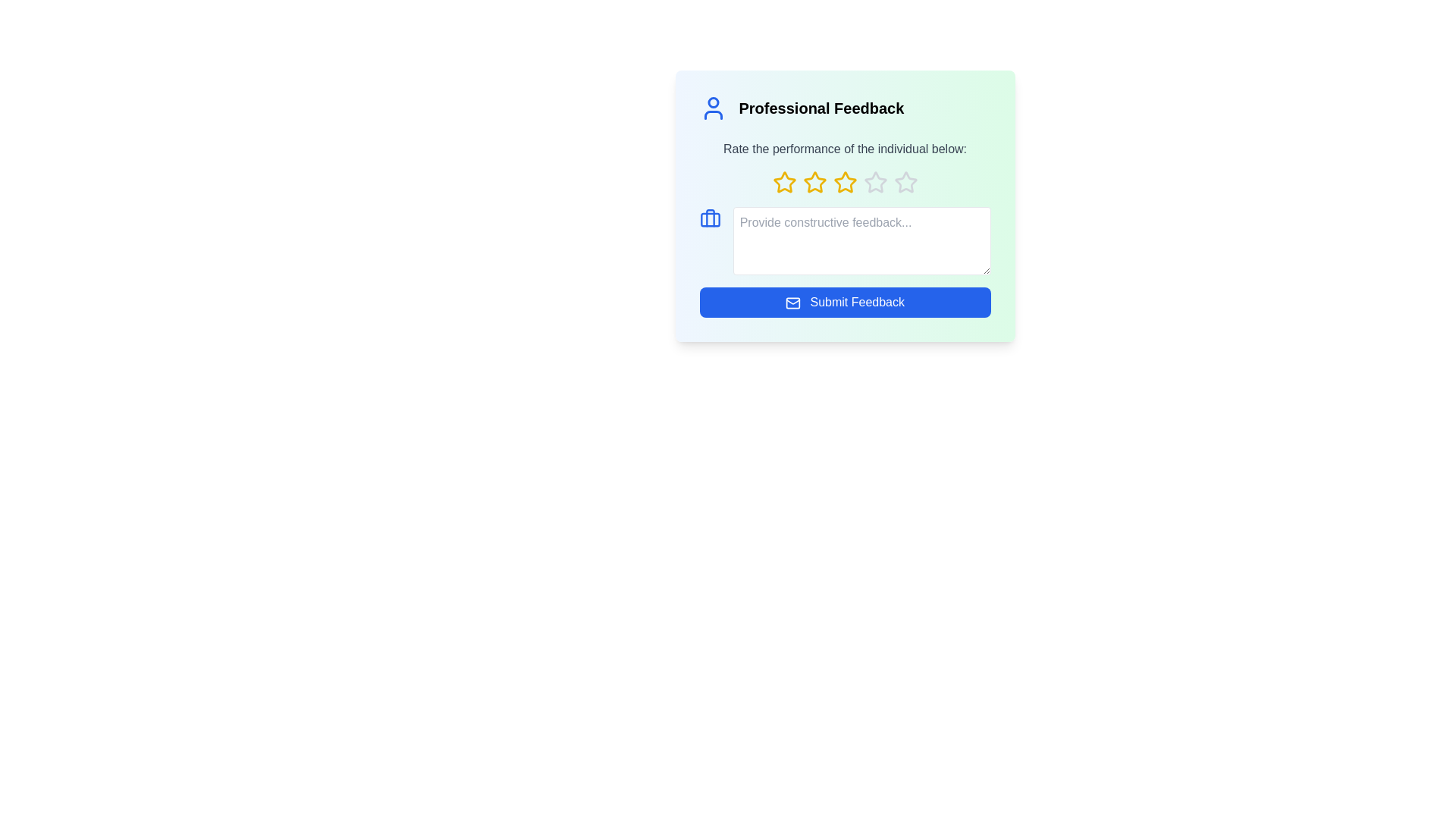 The image size is (1456, 819). What do you see at coordinates (875, 181) in the screenshot?
I see `the 4 star in the rating system` at bounding box center [875, 181].